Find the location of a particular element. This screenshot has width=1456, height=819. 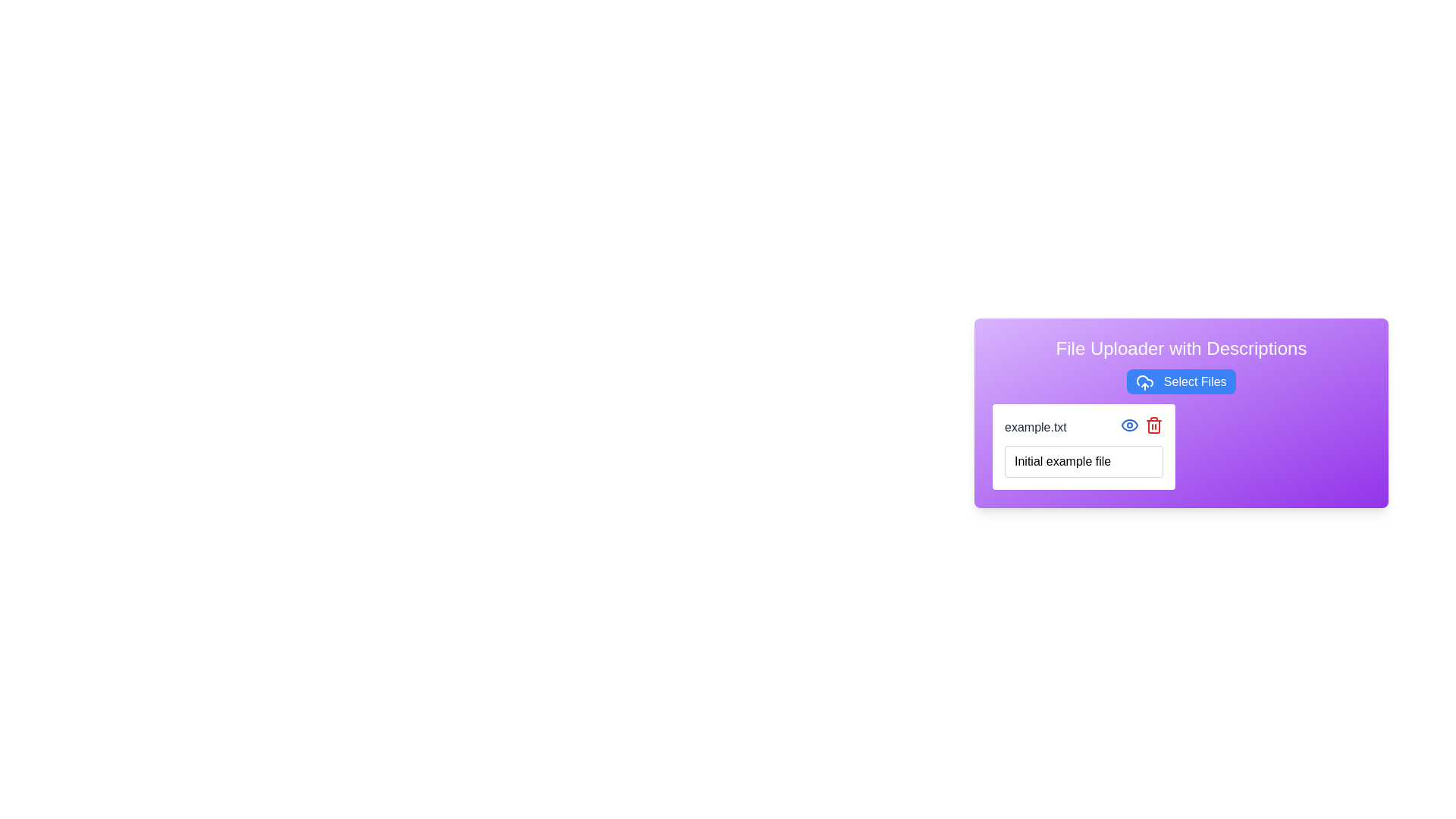

the trash bin icon located to the right of 'example.txt' to initiate the delete action is located at coordinates (1153, 426).